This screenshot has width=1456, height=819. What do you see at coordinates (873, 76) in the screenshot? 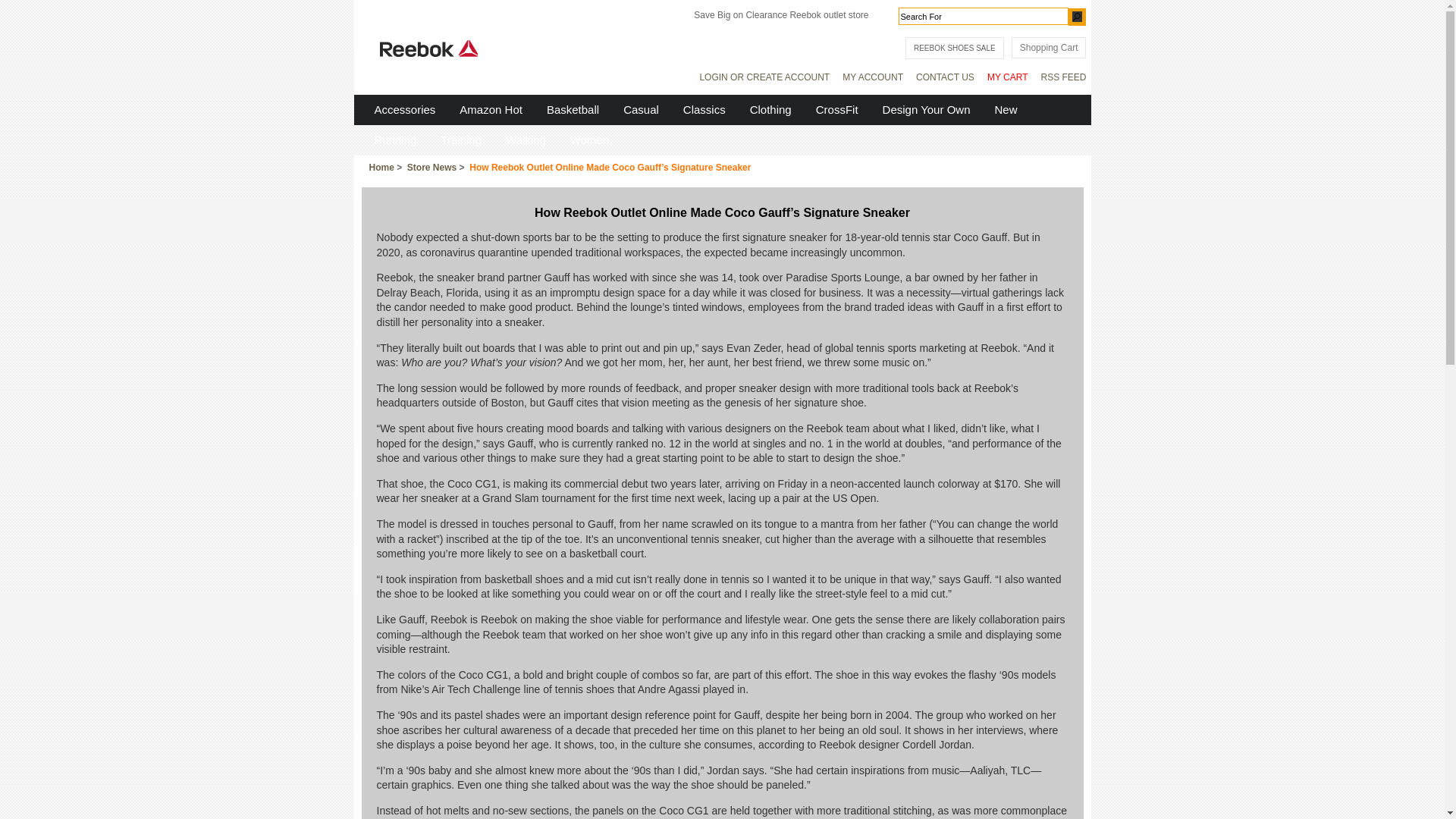
I see `'MY ACCOUNT'` at bounding box center [873, 76].